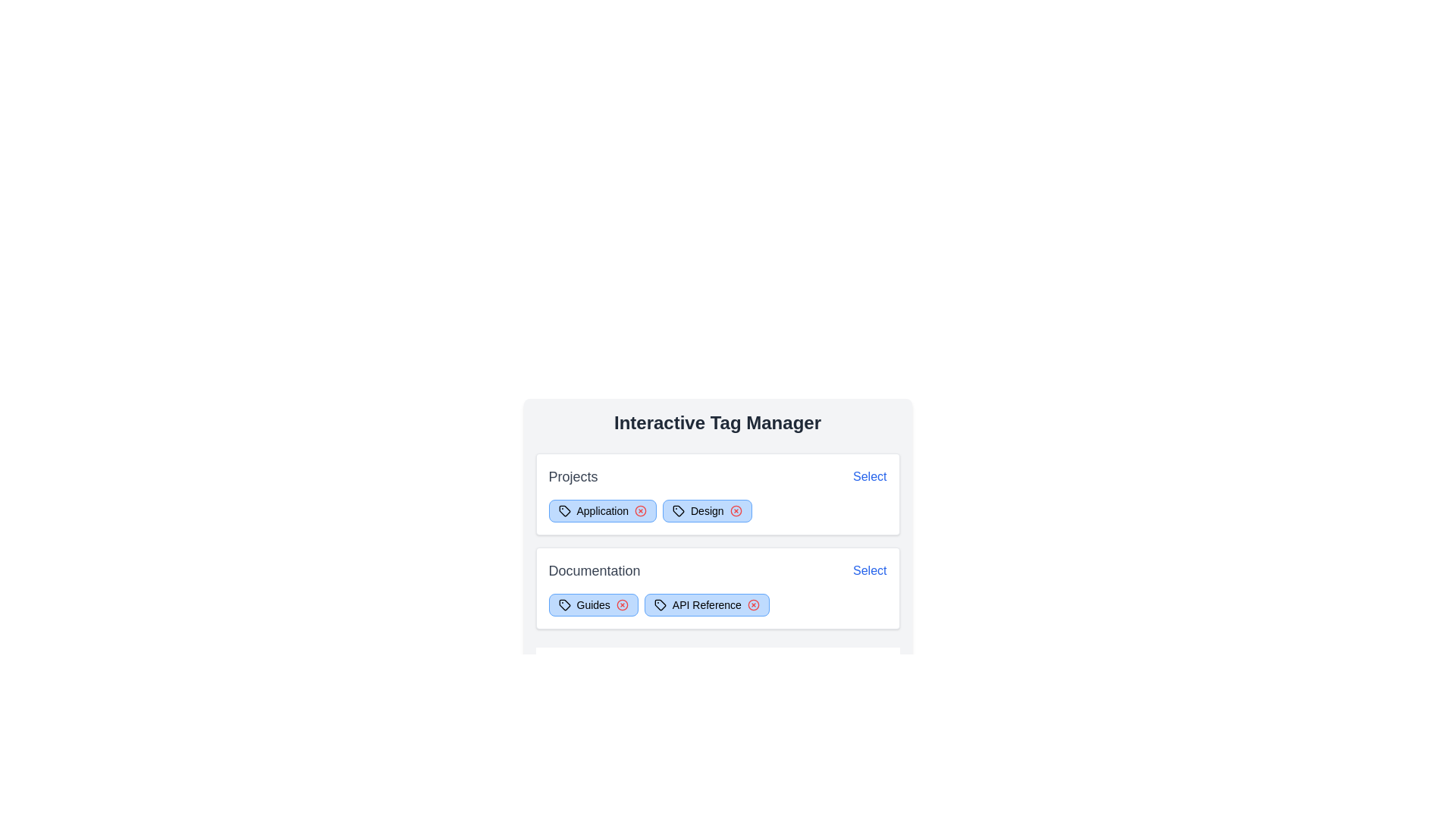 The height and width of the screenshot is (819, 1456). I want to click on the small, outlined tag-shaped icon styled in vector format, located inside the blue badge labeled 'Application' in the 'Projects' section, so click(563, 511).